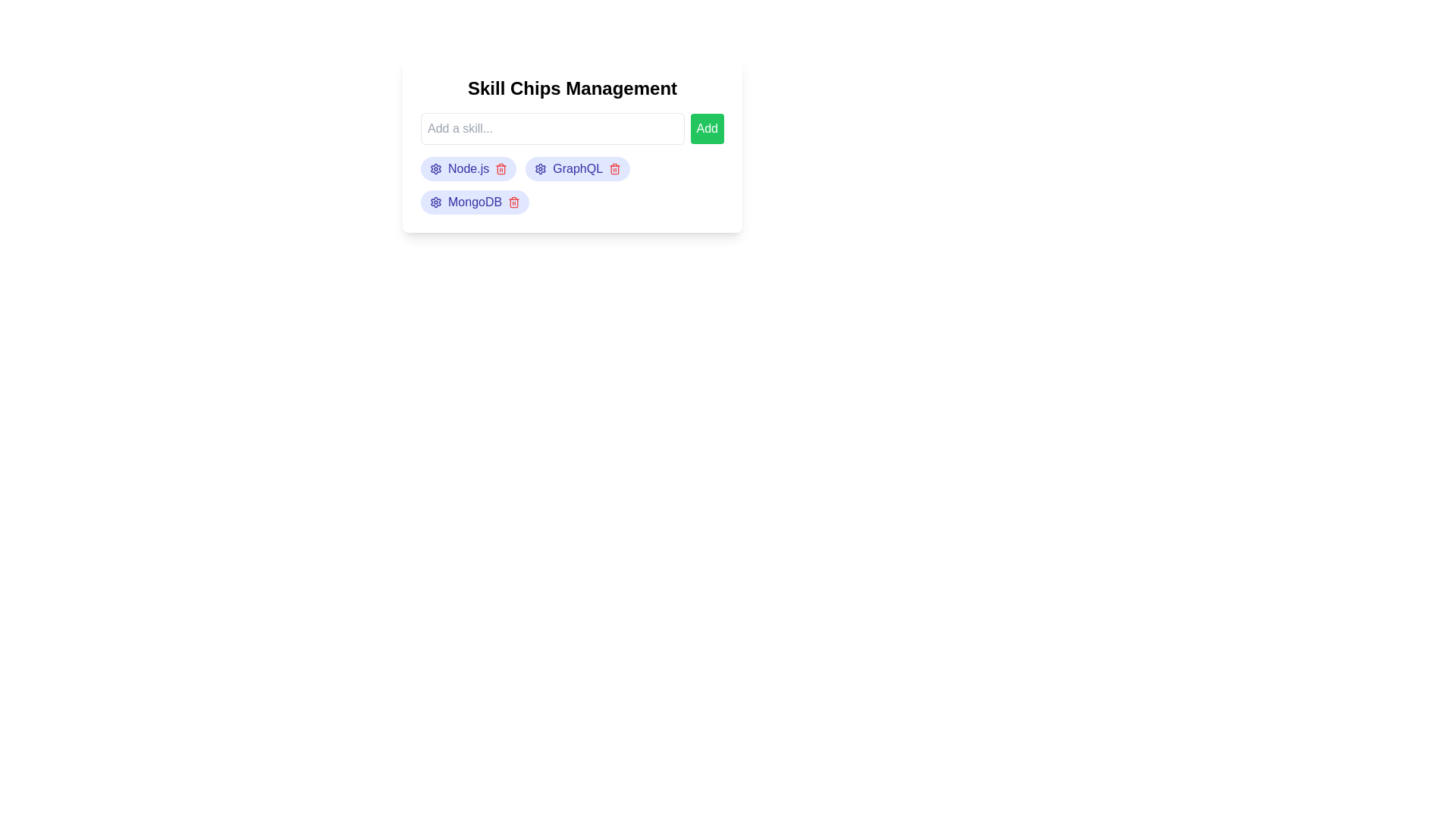  I want to click on the skill chip named MongoDB by clicking its trash icon, so click(514, 201).